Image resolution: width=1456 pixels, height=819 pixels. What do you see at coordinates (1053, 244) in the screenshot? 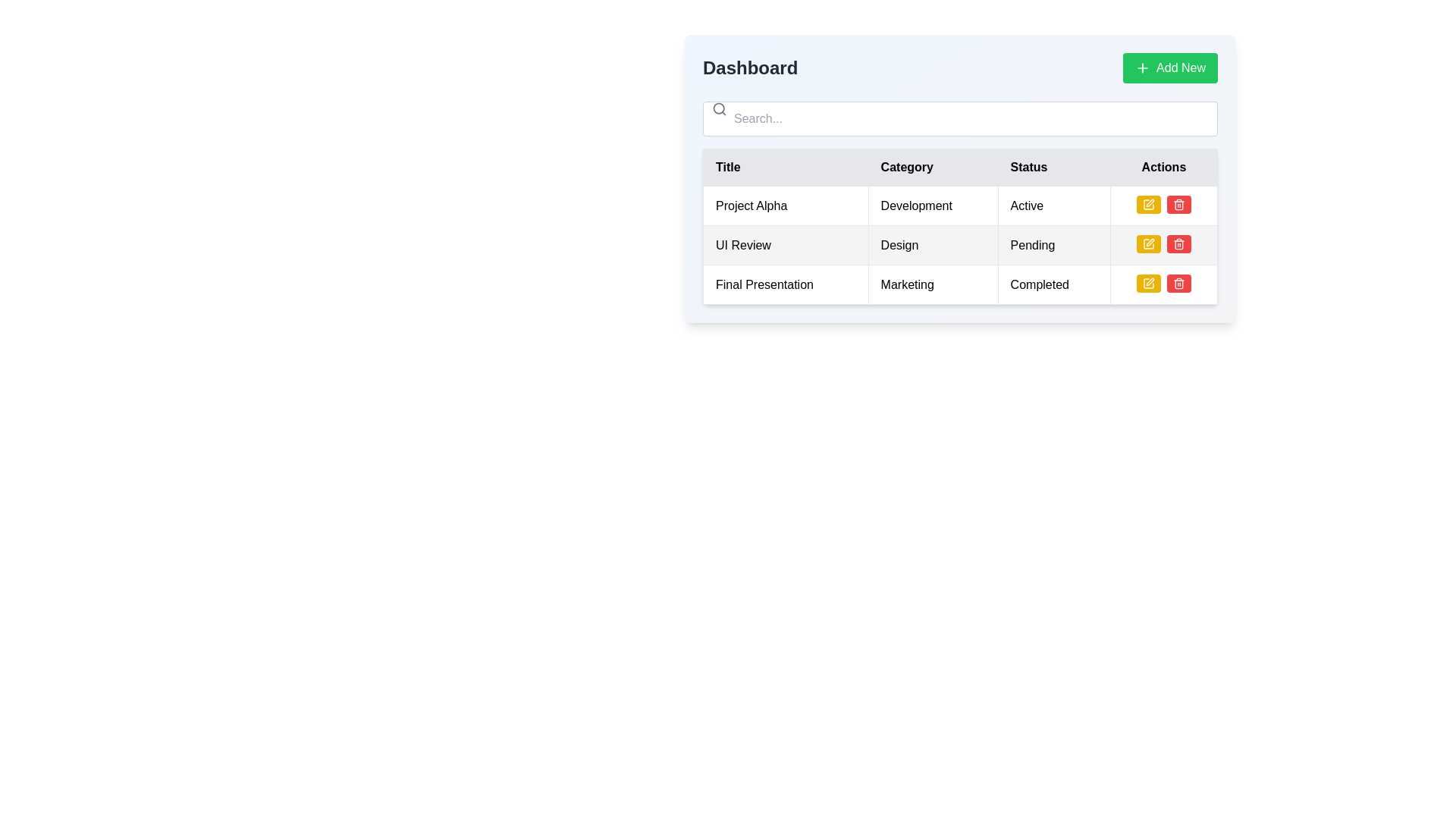
I see `text content of the table cell containing 'Pending', which is the third cell in the second row under the 'Status' column` at bounding box center [1053, 244].